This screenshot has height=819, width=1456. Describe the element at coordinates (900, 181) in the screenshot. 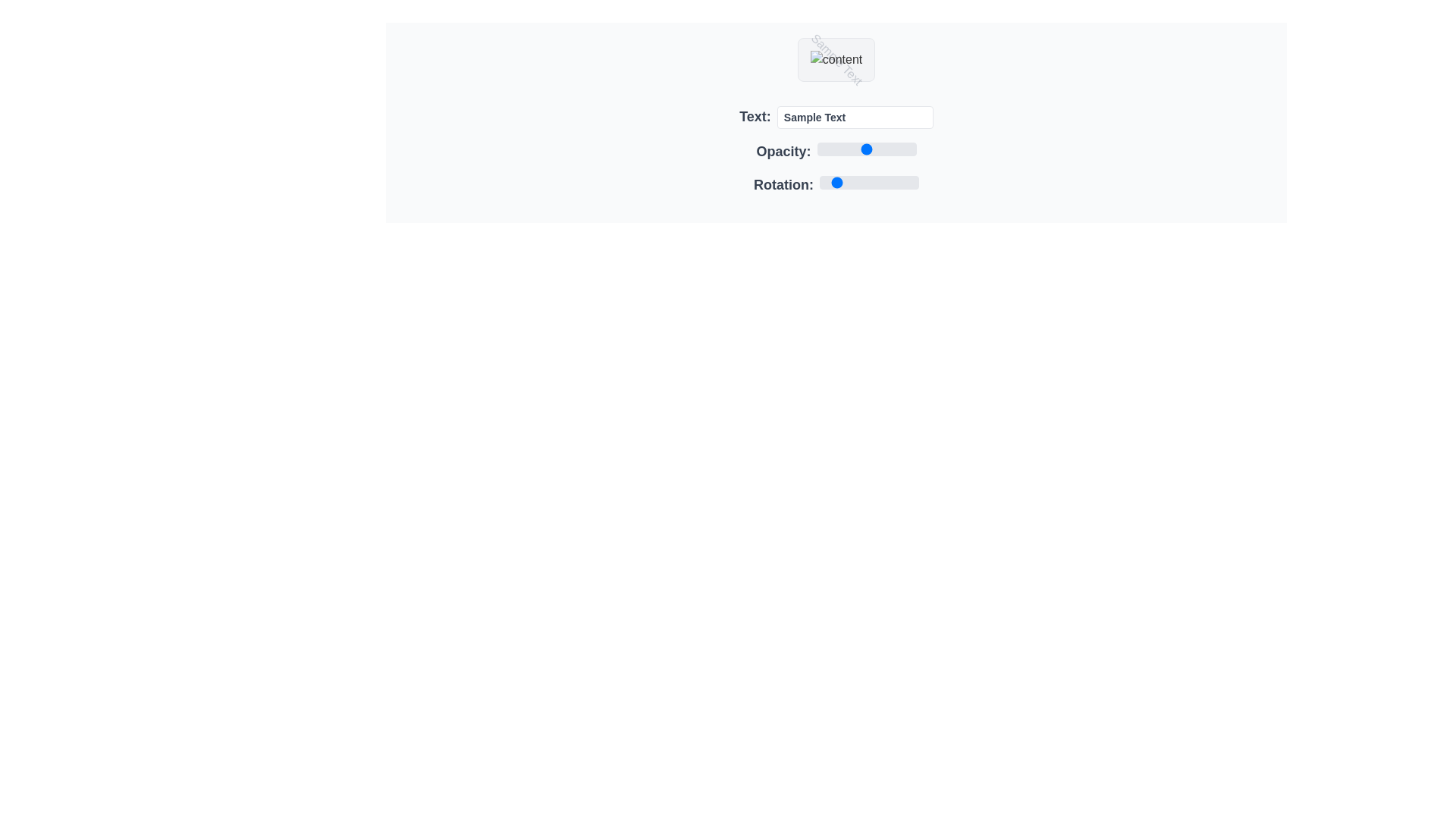

I see `rotation` at that location.